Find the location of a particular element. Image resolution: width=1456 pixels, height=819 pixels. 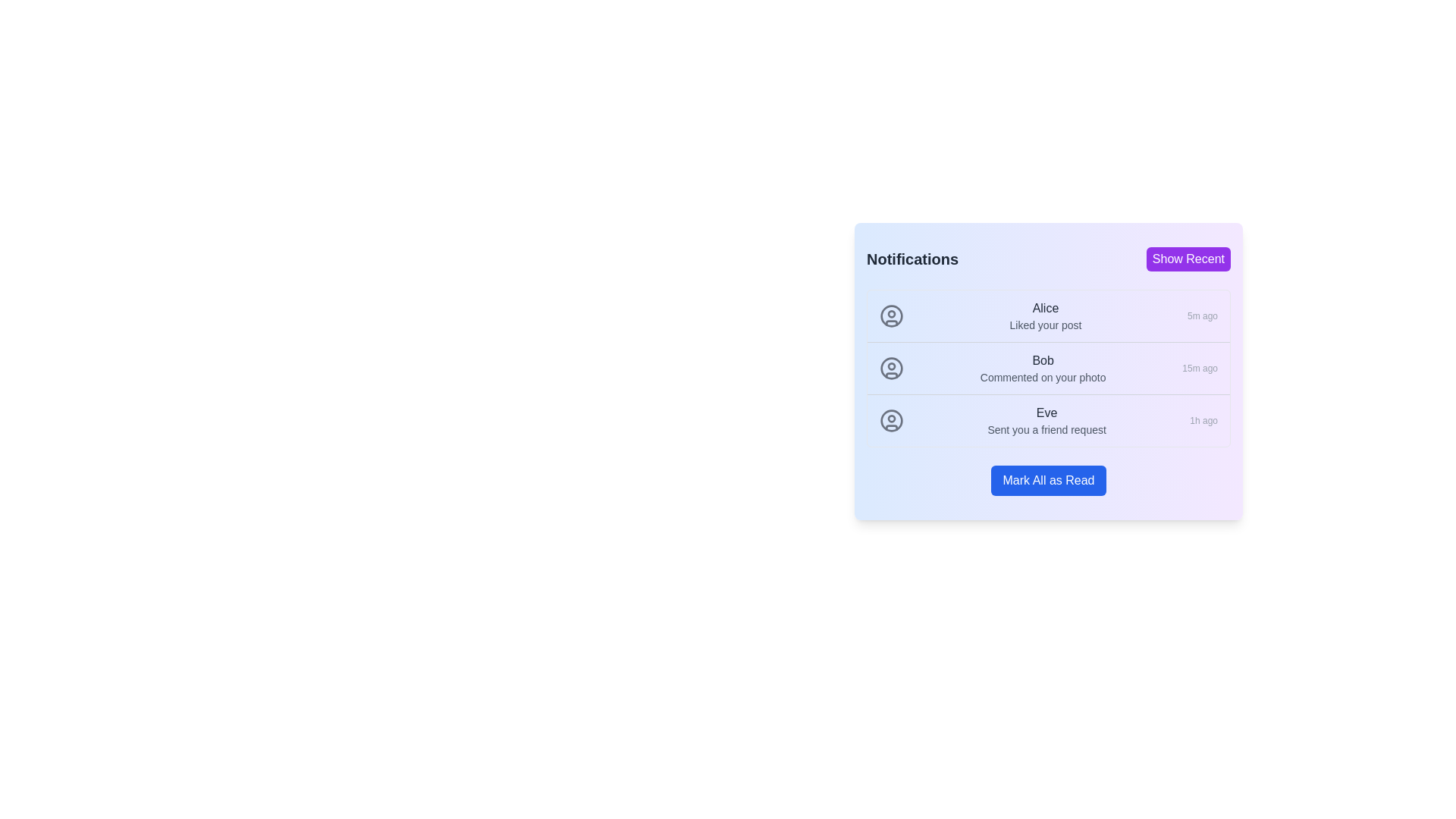

the avatar of Bob to open their profile or related actions is located at coordinates (892, 369).